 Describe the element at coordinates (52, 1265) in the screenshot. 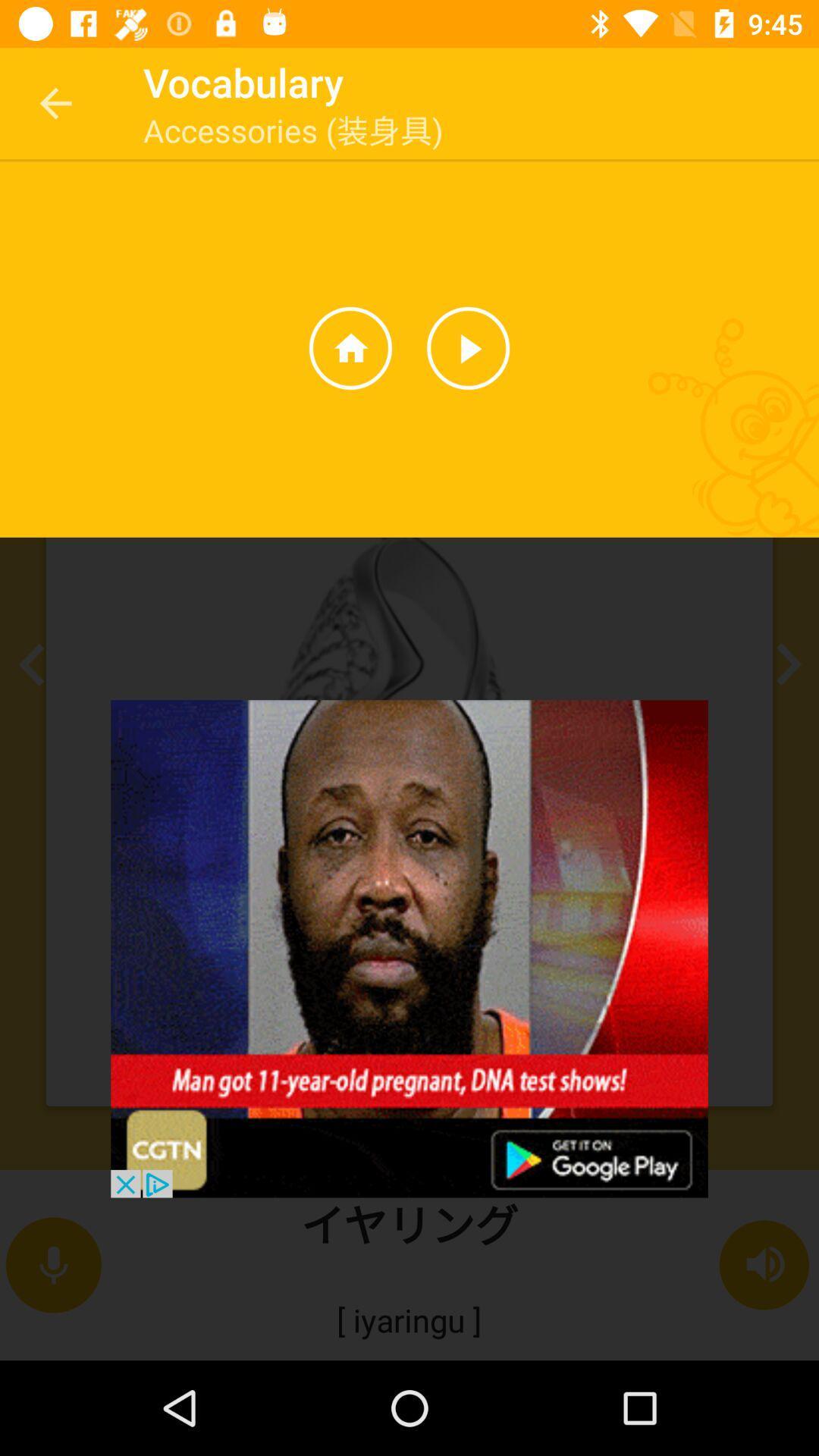

I see `the microphone icon` at that location.